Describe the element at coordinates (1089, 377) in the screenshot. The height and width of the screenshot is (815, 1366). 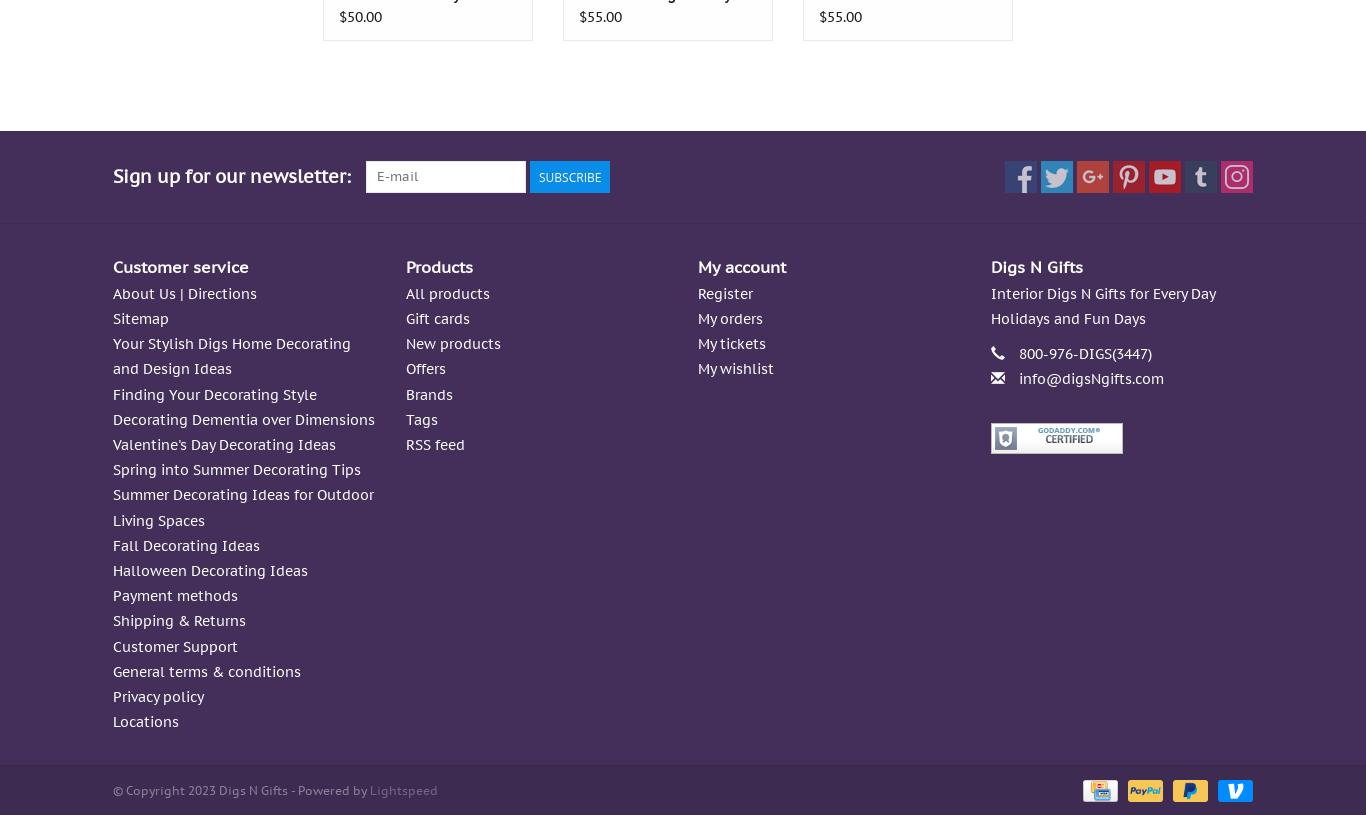
I see `'info@digsNgifts.com'` at that location.